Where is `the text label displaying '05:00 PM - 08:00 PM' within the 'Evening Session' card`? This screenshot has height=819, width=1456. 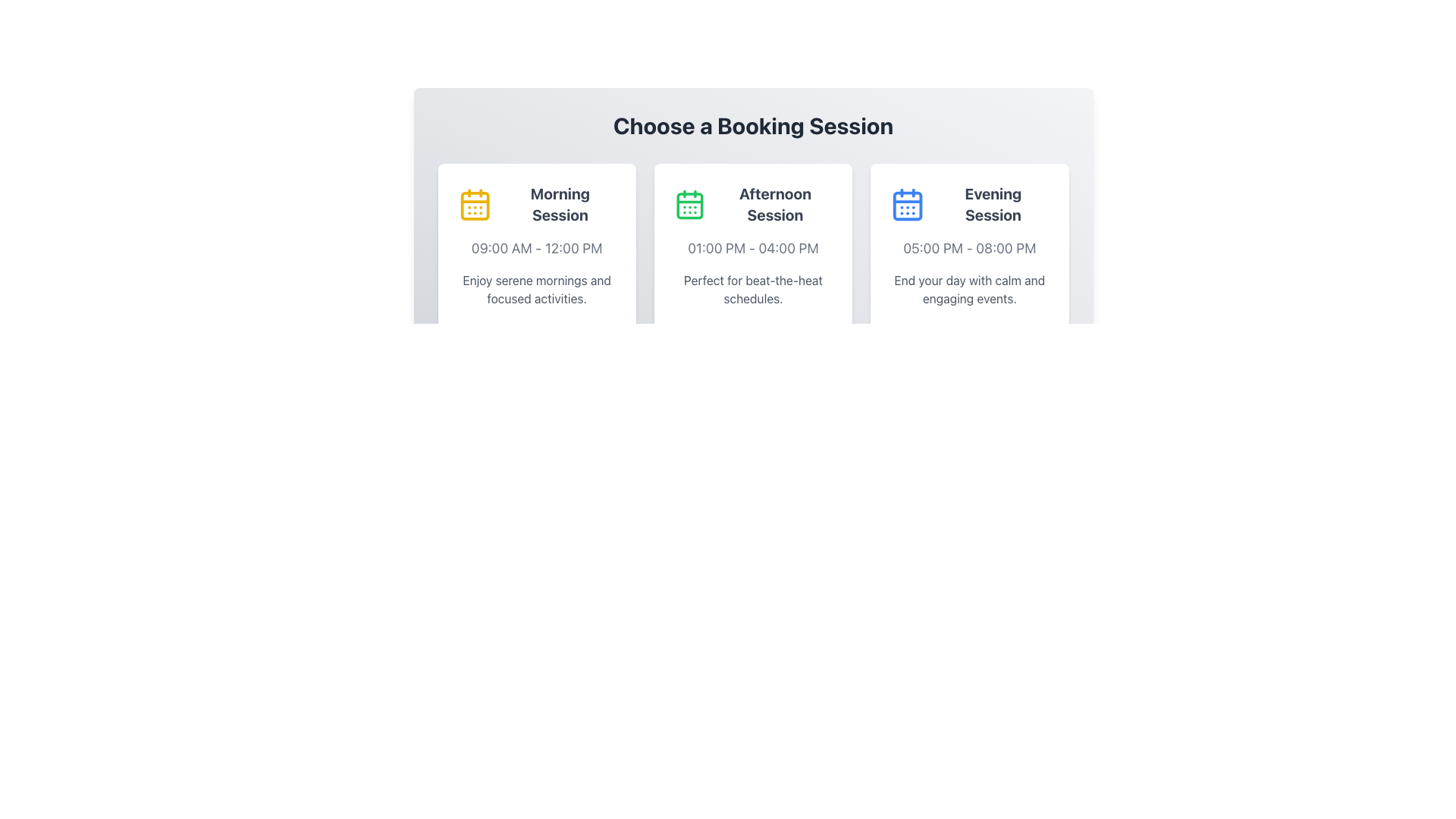
the text label displaying '05:00 PM - 08:00 PM' within the 'Evening Session' card is located at coordinates (968, 247).